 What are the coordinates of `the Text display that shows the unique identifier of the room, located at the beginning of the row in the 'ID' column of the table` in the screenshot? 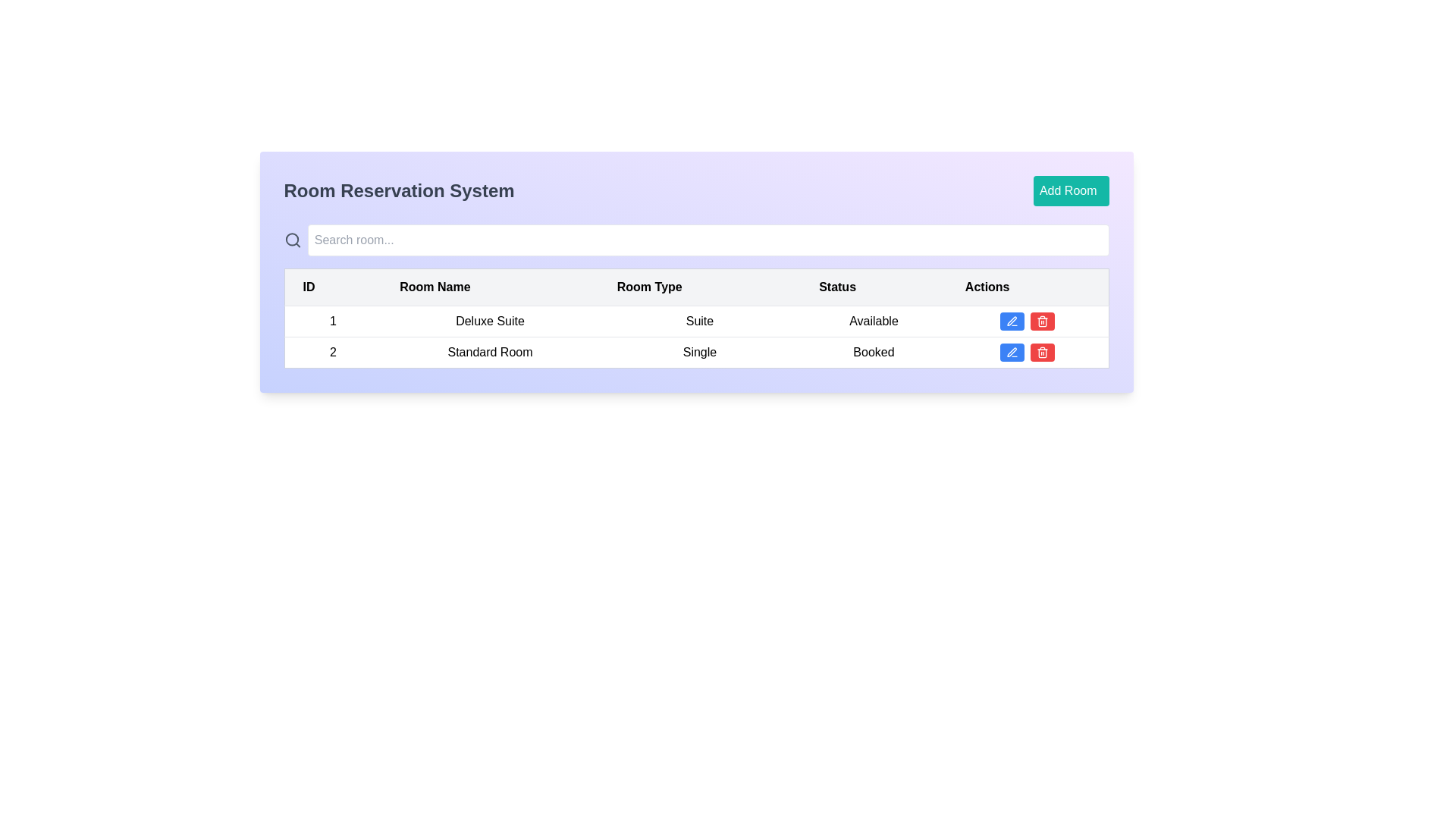 It's located at (332, 321).